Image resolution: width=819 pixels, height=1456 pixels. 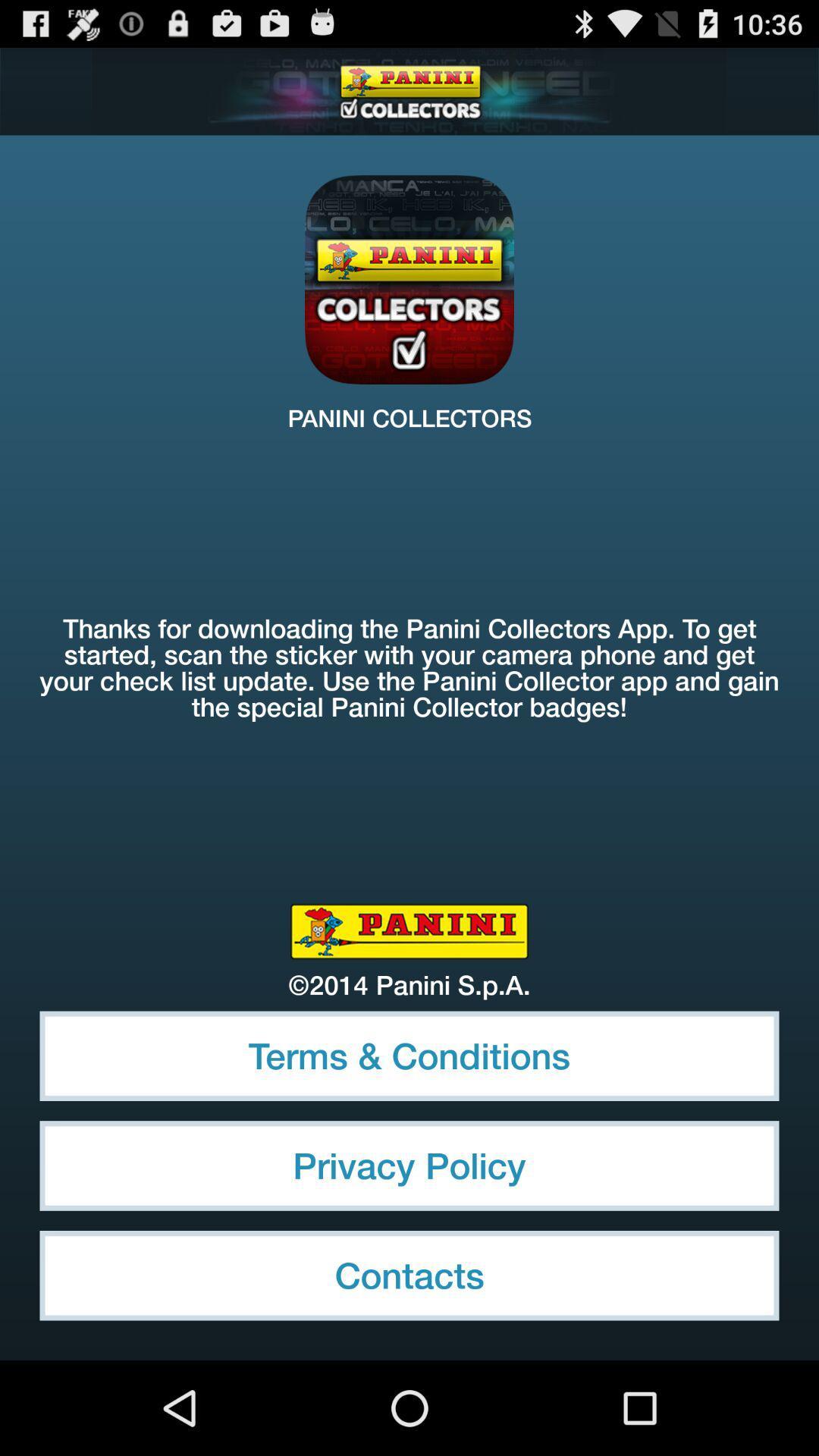 What do you see at coordinates (409, 1165) in the screenshot?
I see `the icon above contacts` at bounding box center [409, 1165].